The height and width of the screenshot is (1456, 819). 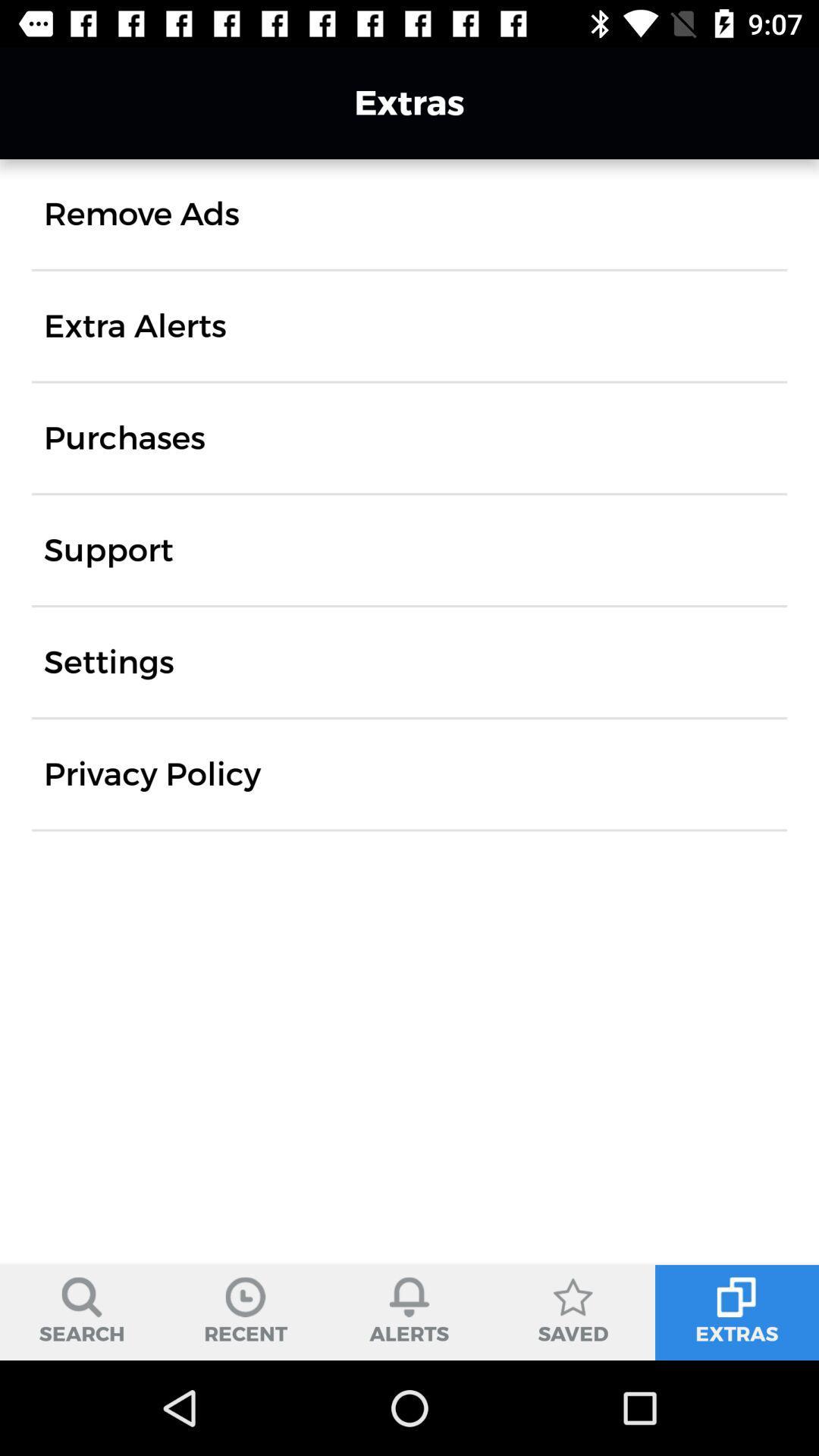 I want to click on item above extra alerts item, so click(x=141, y=213).